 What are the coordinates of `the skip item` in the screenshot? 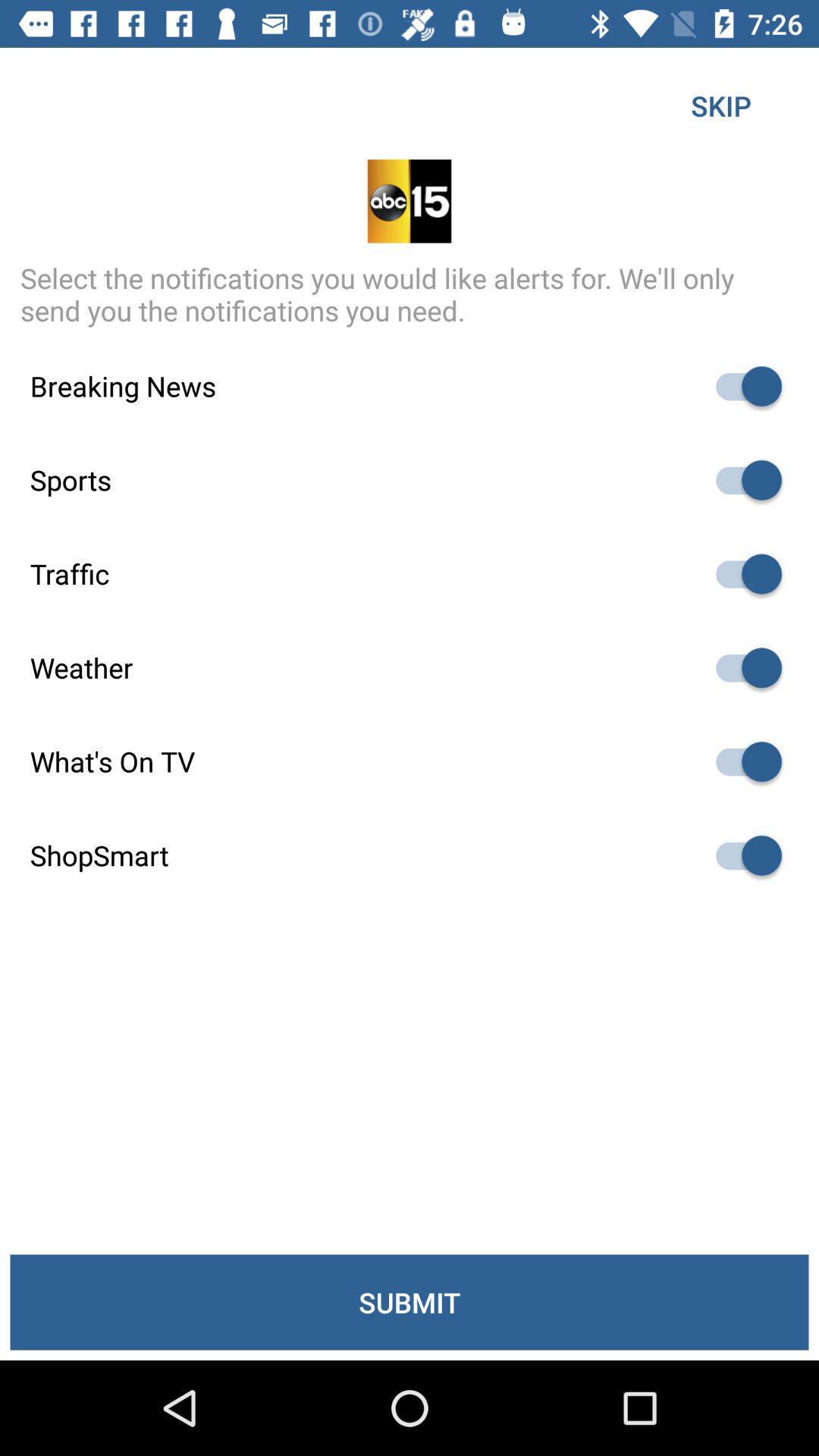 It's located at (720, 105).